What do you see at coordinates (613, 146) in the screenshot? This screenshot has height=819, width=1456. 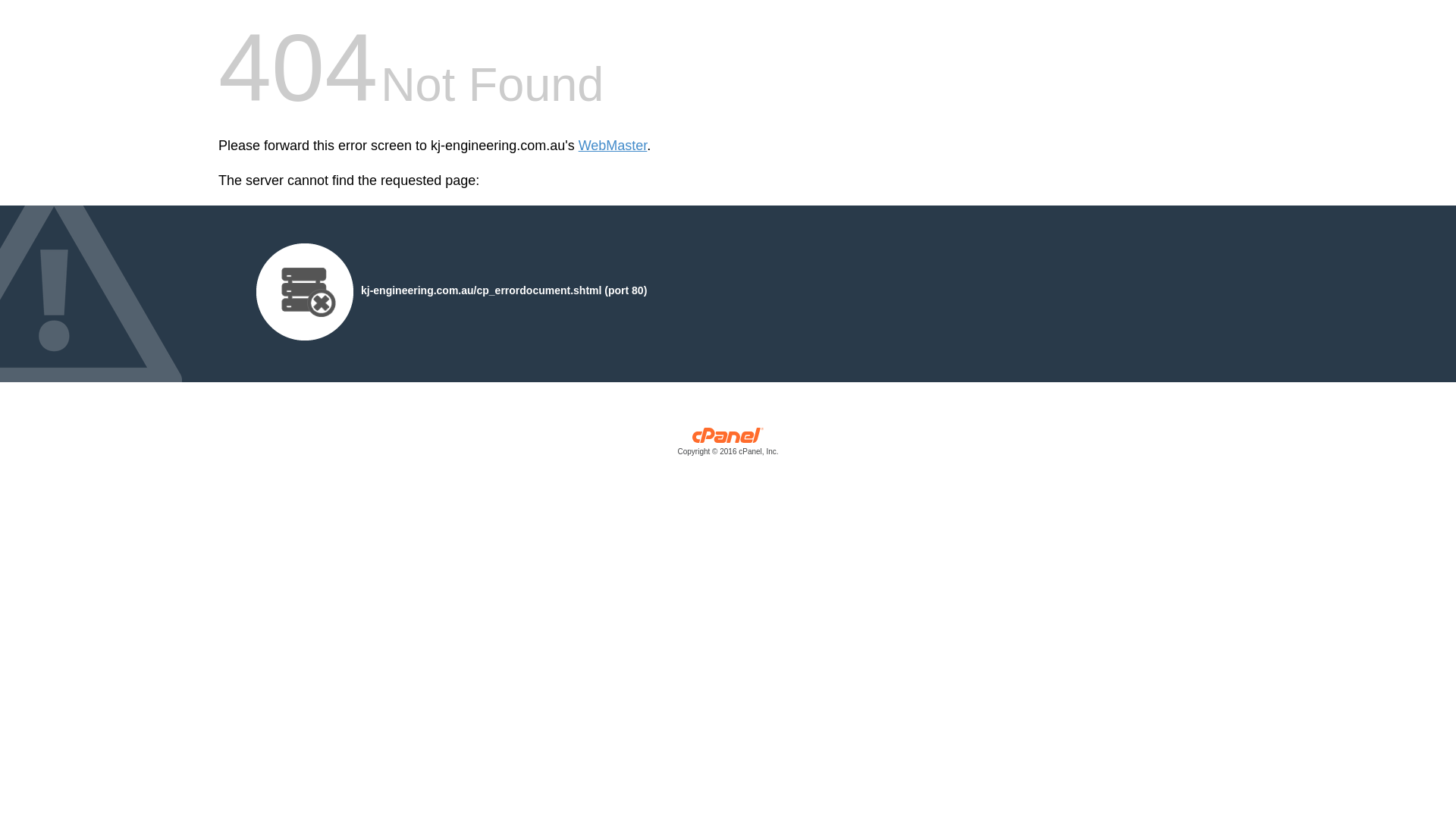 I see `'WebMaster'` at bounding box center [613, 146].